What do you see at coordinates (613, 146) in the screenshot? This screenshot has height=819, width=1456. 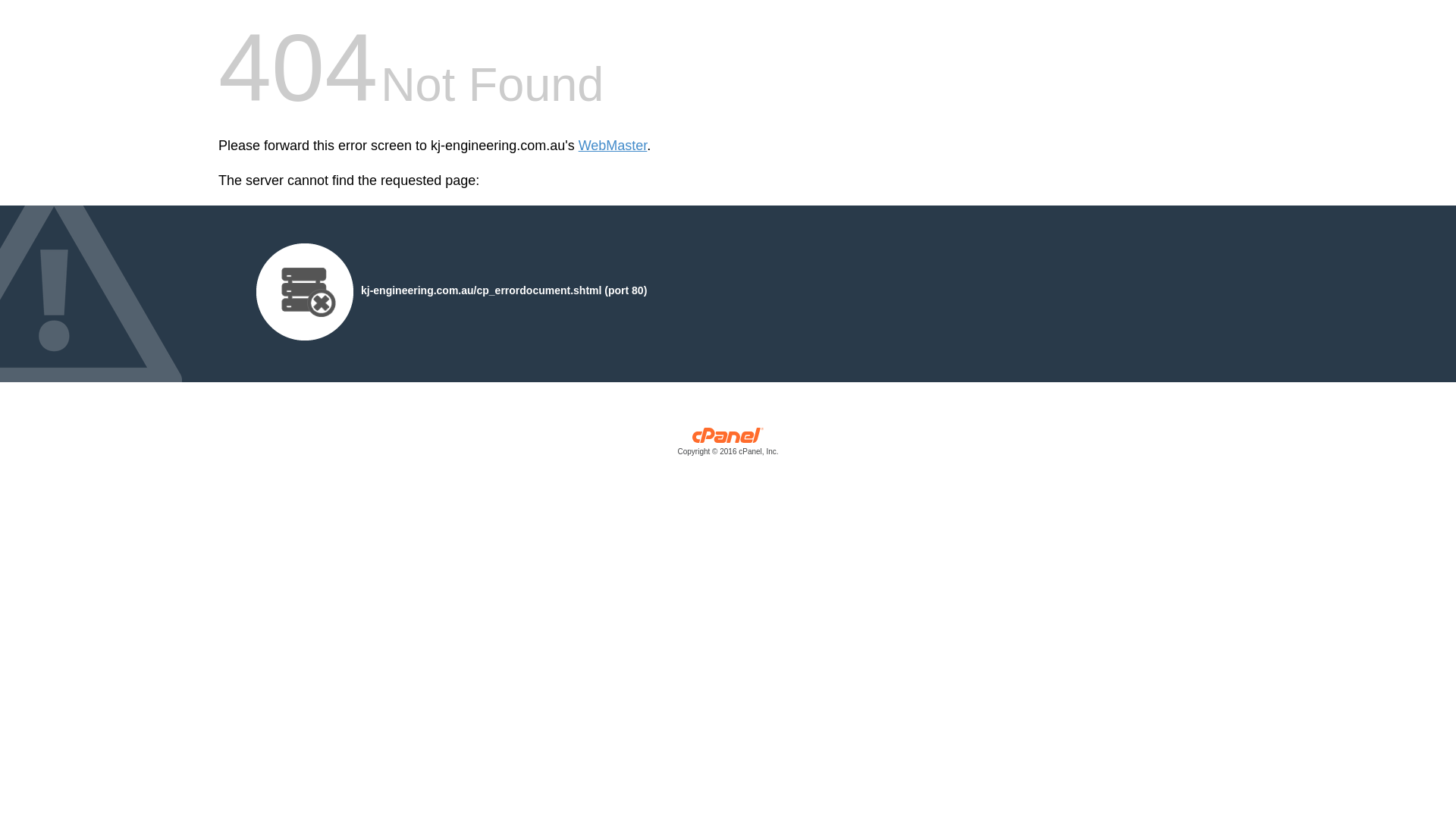 I see `'WebMaster'` at bounding box center [613, 146].